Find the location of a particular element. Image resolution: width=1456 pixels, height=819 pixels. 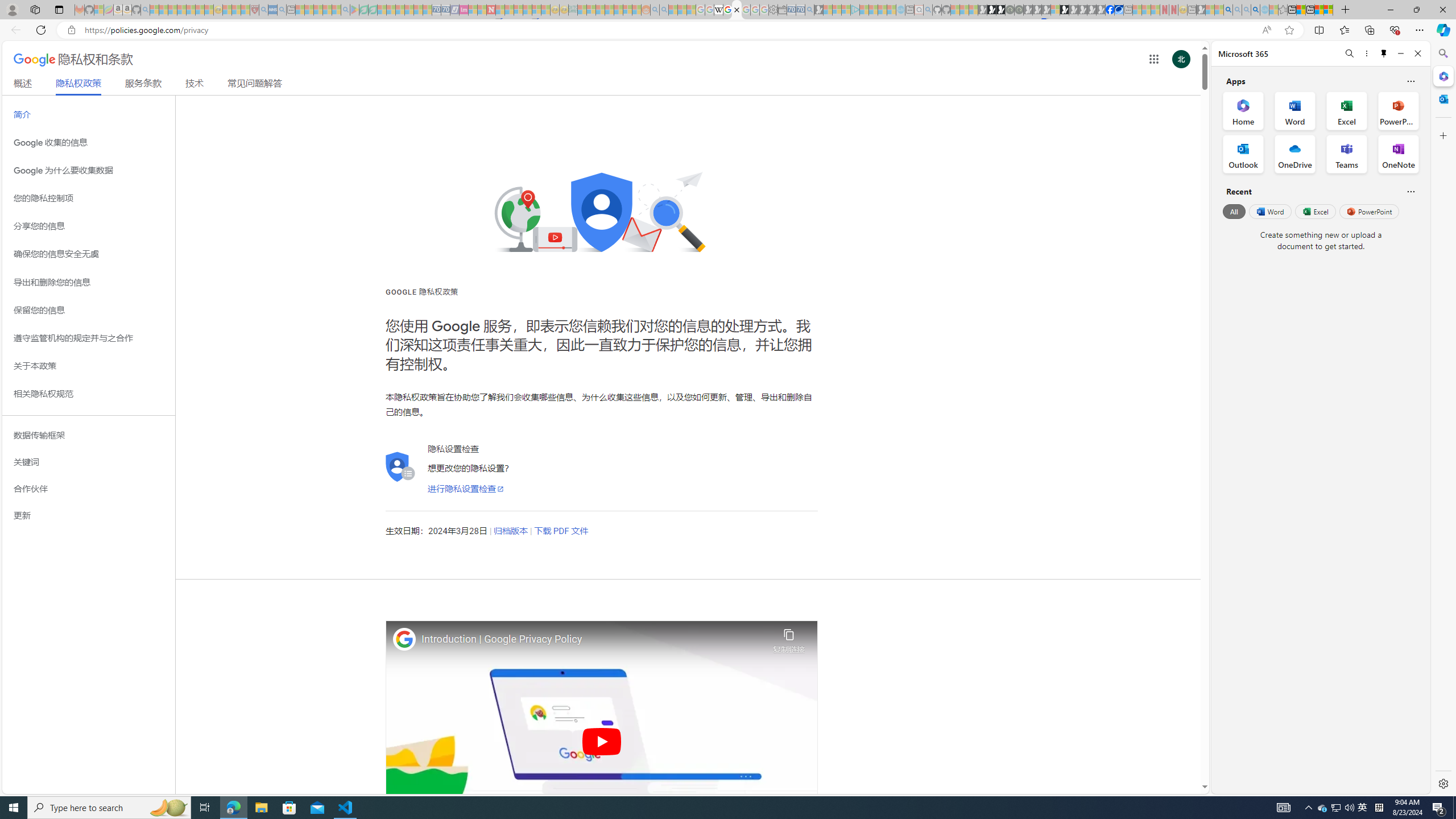

'Target page - Wikipedia' is located at coordinates (718, 9).